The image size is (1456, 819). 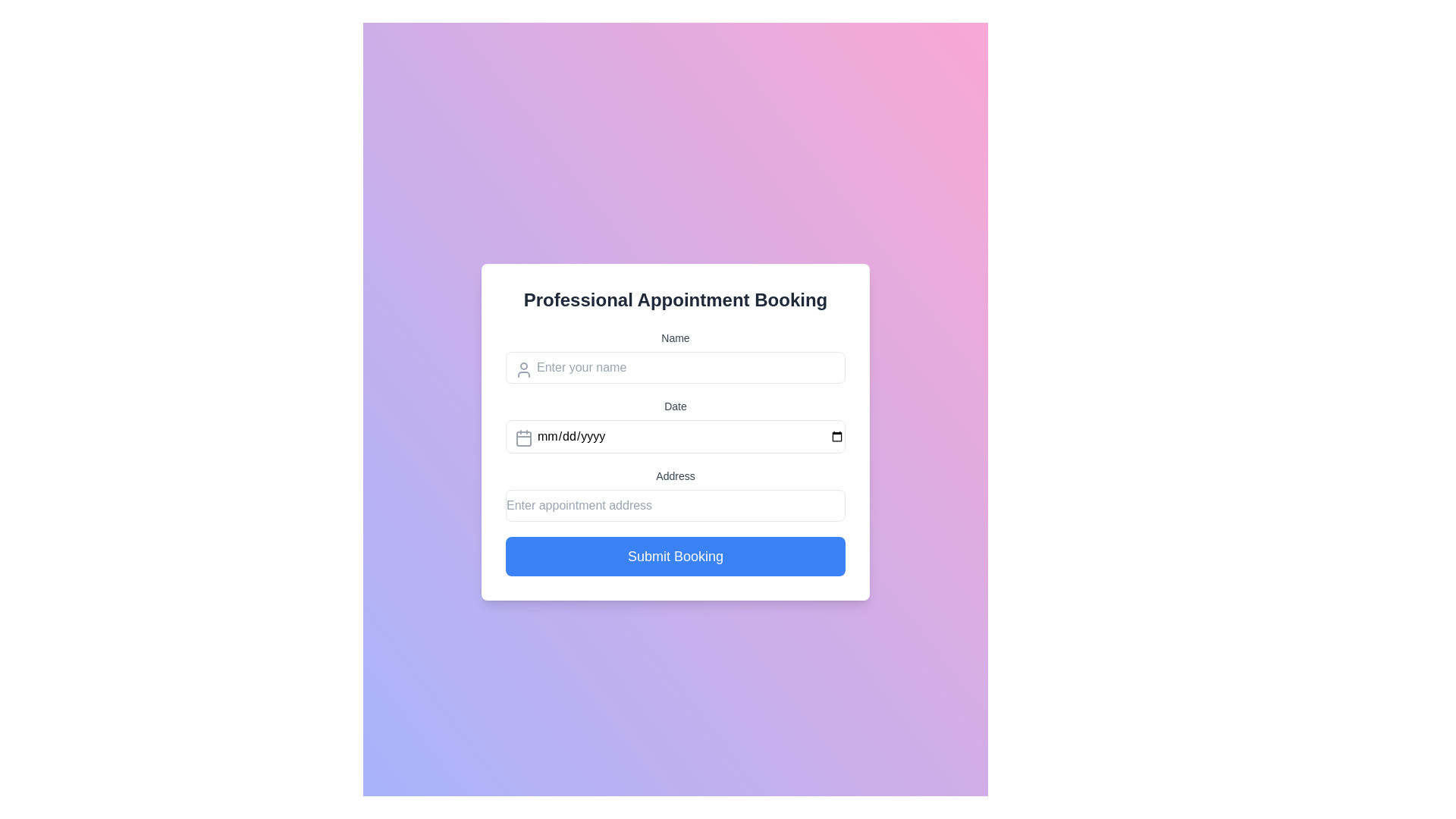 I want to click on the calendar icon located to the left of the 'Date' input box in the 'Professional Appointment Booking' form, so click(x=524, y=438).